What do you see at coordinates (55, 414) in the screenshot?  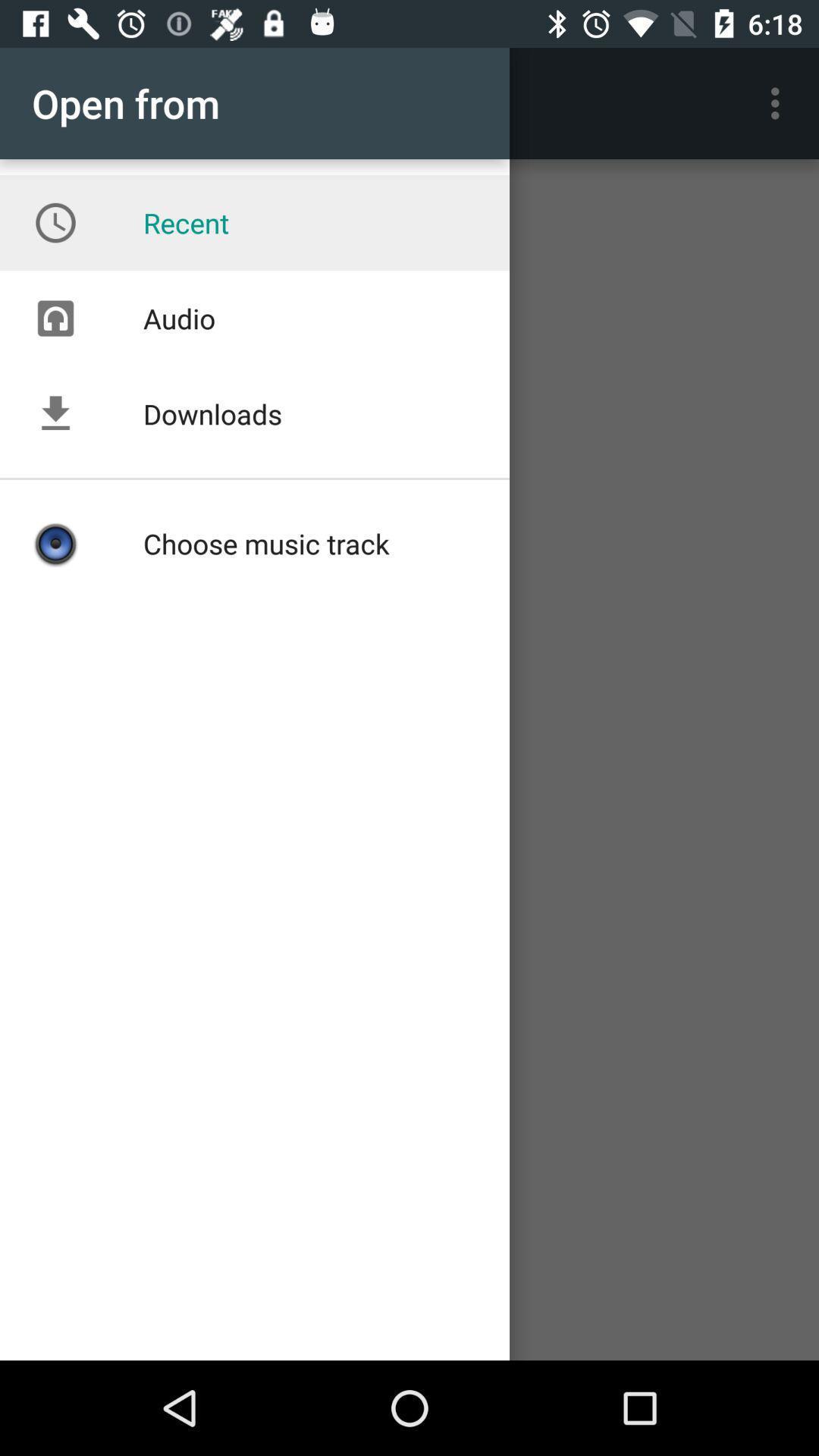 I see `the symbol which is left hand side of the text download` at bounding box center [55, 414].